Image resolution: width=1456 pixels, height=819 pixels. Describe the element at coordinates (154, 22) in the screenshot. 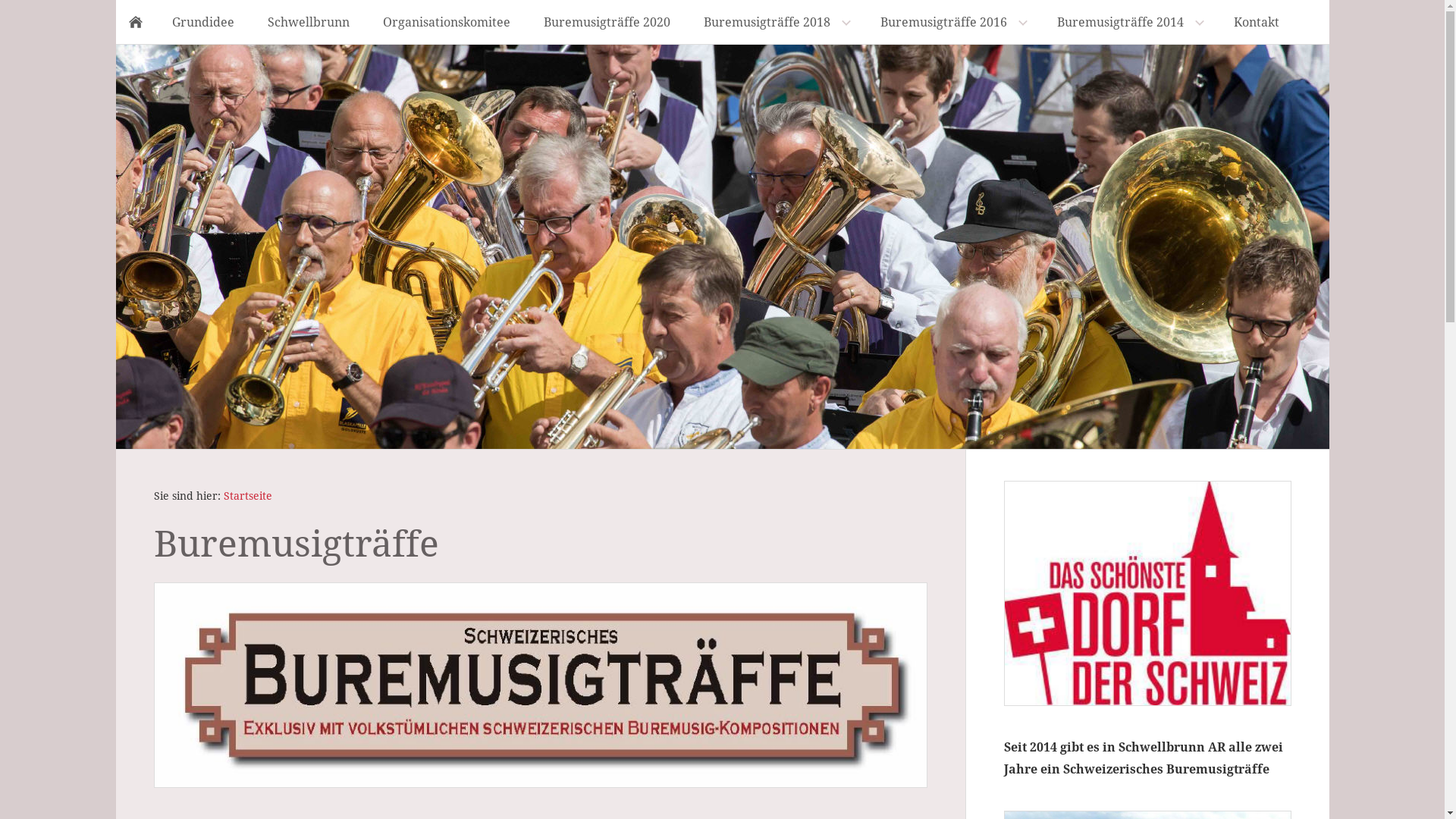

I see `'Grundidee'` at that location.